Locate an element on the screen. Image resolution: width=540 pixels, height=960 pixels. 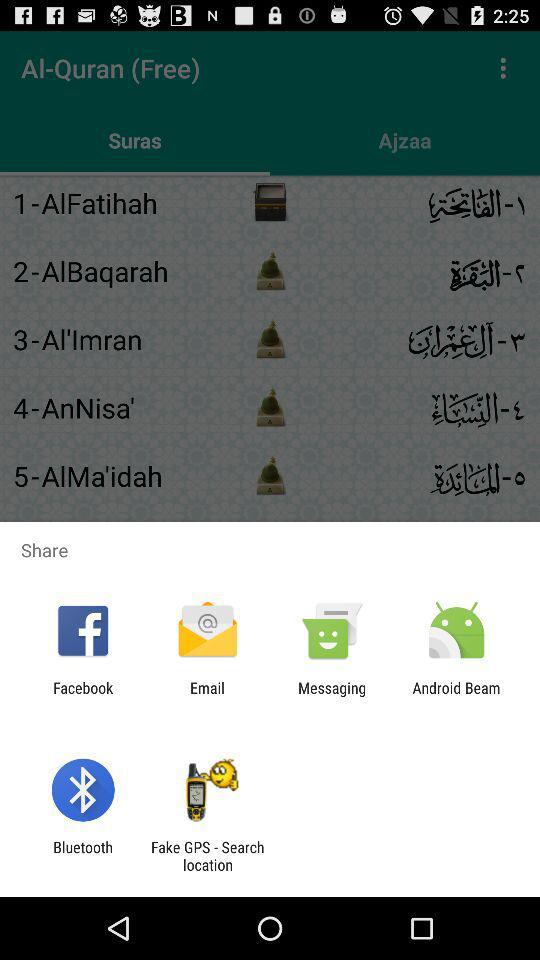
the messaging item is located at coordinates (332, 696).